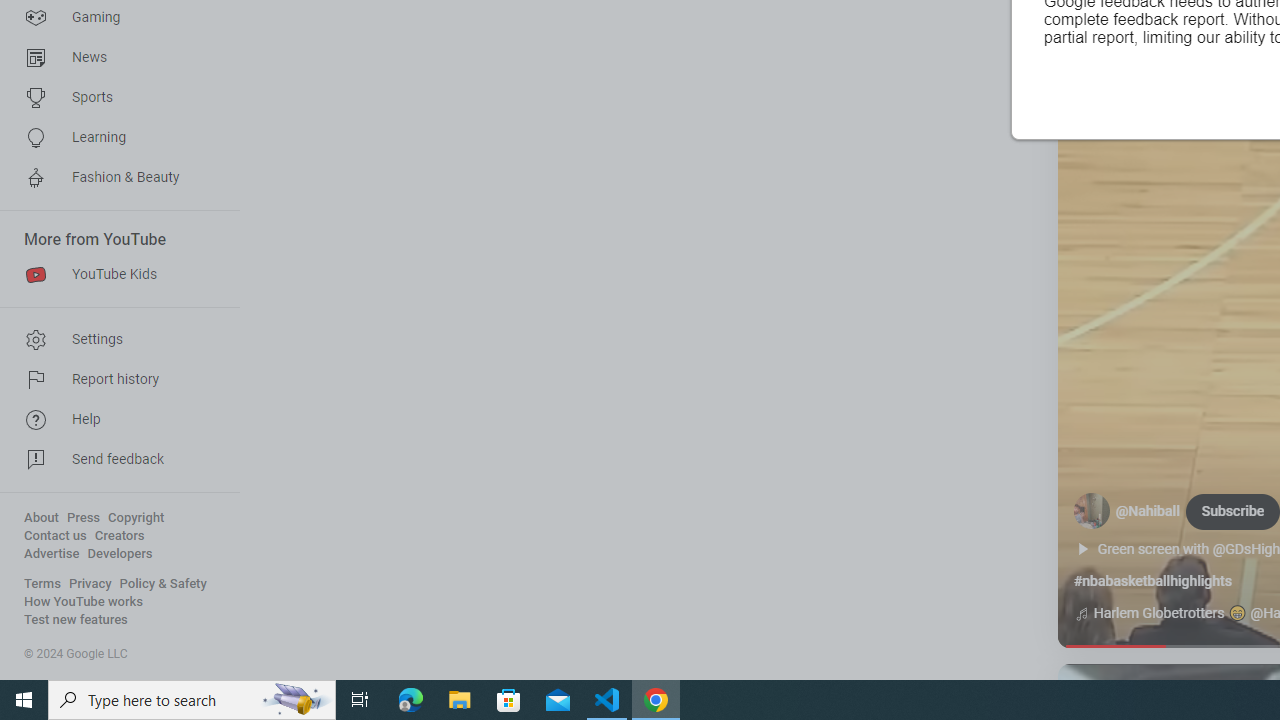  What do you see at coordinates (112, 275) in the screenshot?
I see `'YouTube Kids'` at bounding box center [112, 275].